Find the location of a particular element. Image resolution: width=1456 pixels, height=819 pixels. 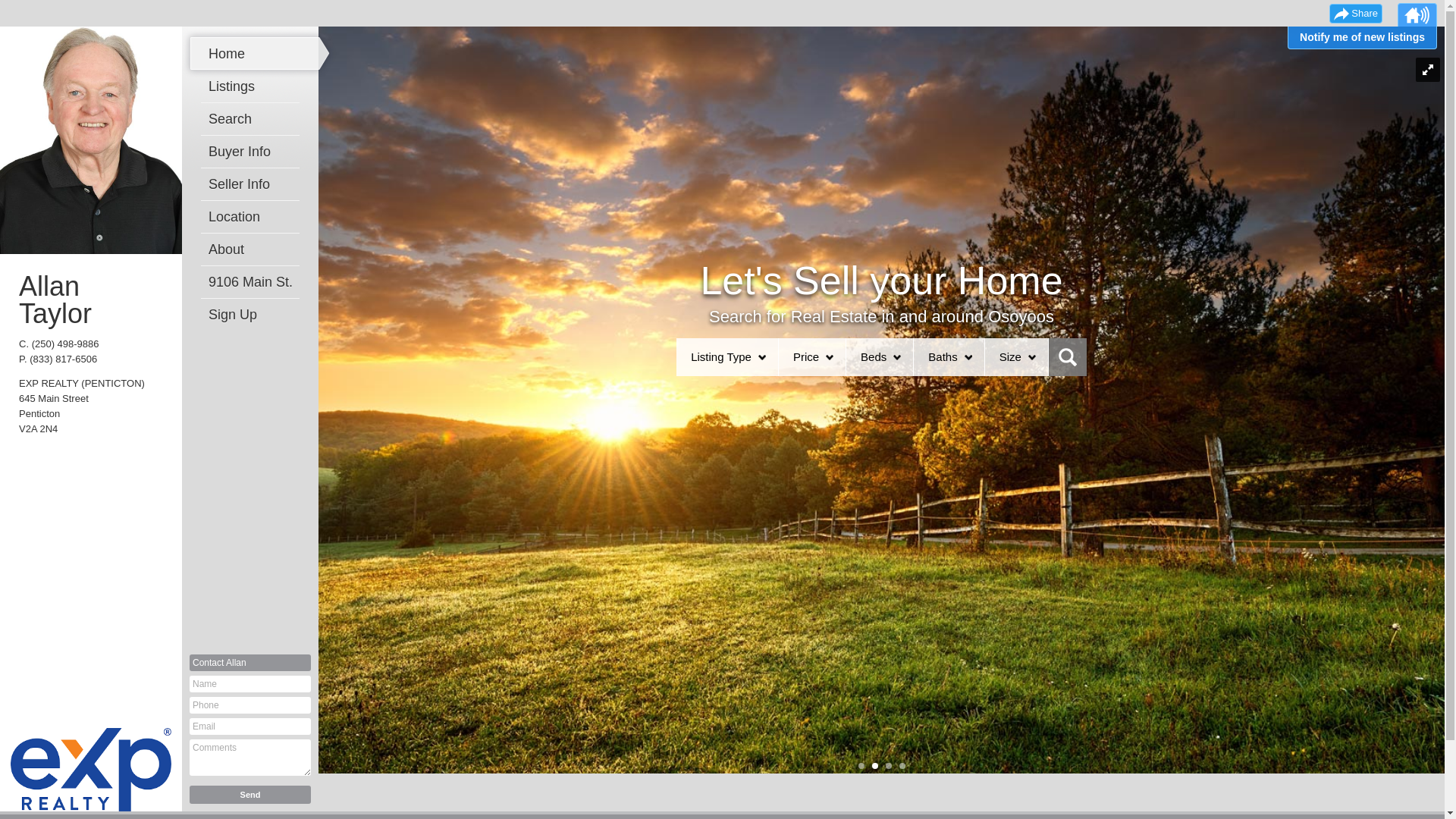

'Search' is located at coordinates (254, 118).